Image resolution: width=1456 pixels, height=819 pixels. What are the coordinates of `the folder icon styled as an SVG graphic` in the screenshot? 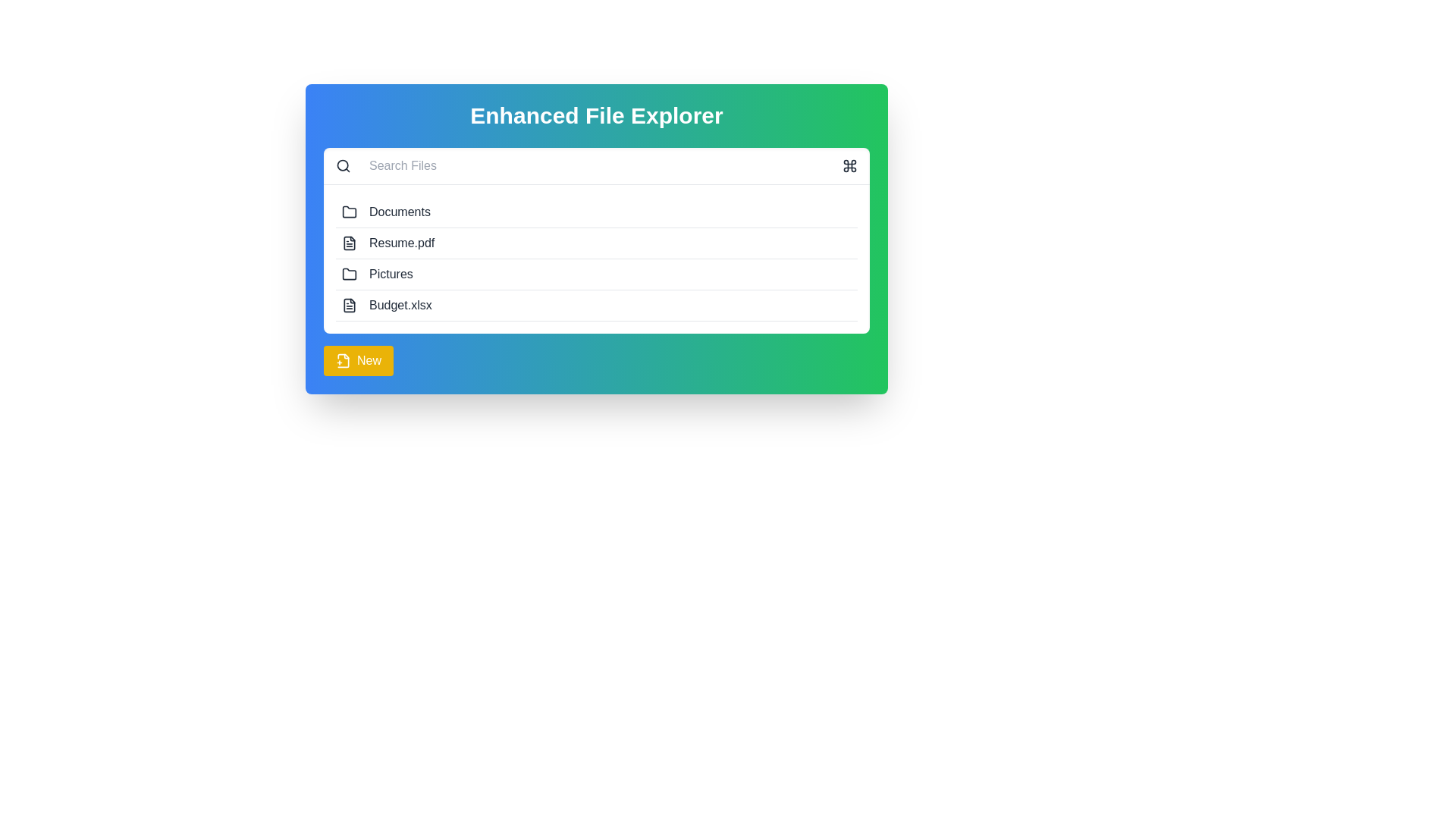 It's located at (348, 212).